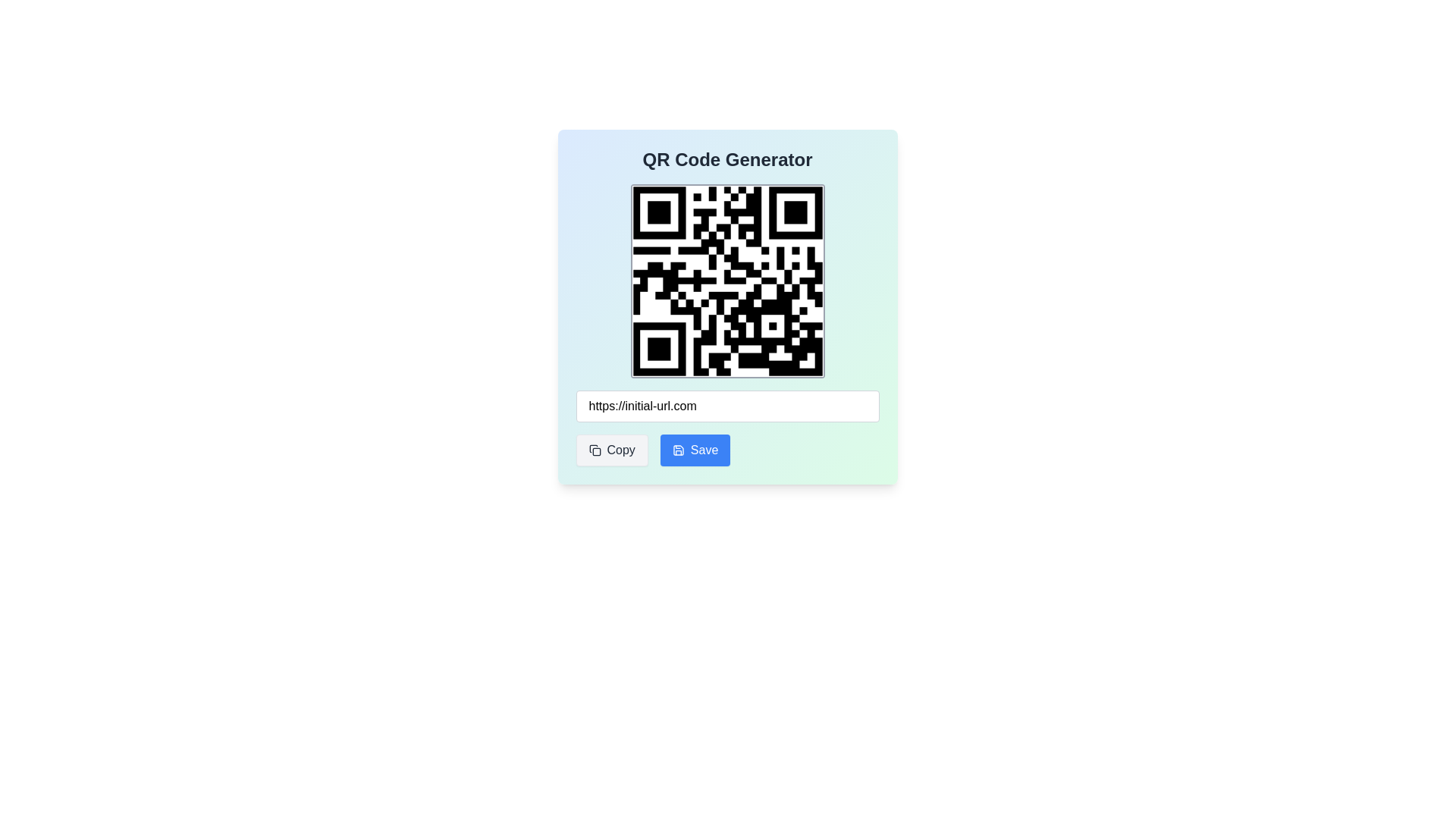  I want to click on the 'Save' button located at the lower-right corner of the card-like interface, which is prominently displayed in white on a blue background, so click(704, 450).